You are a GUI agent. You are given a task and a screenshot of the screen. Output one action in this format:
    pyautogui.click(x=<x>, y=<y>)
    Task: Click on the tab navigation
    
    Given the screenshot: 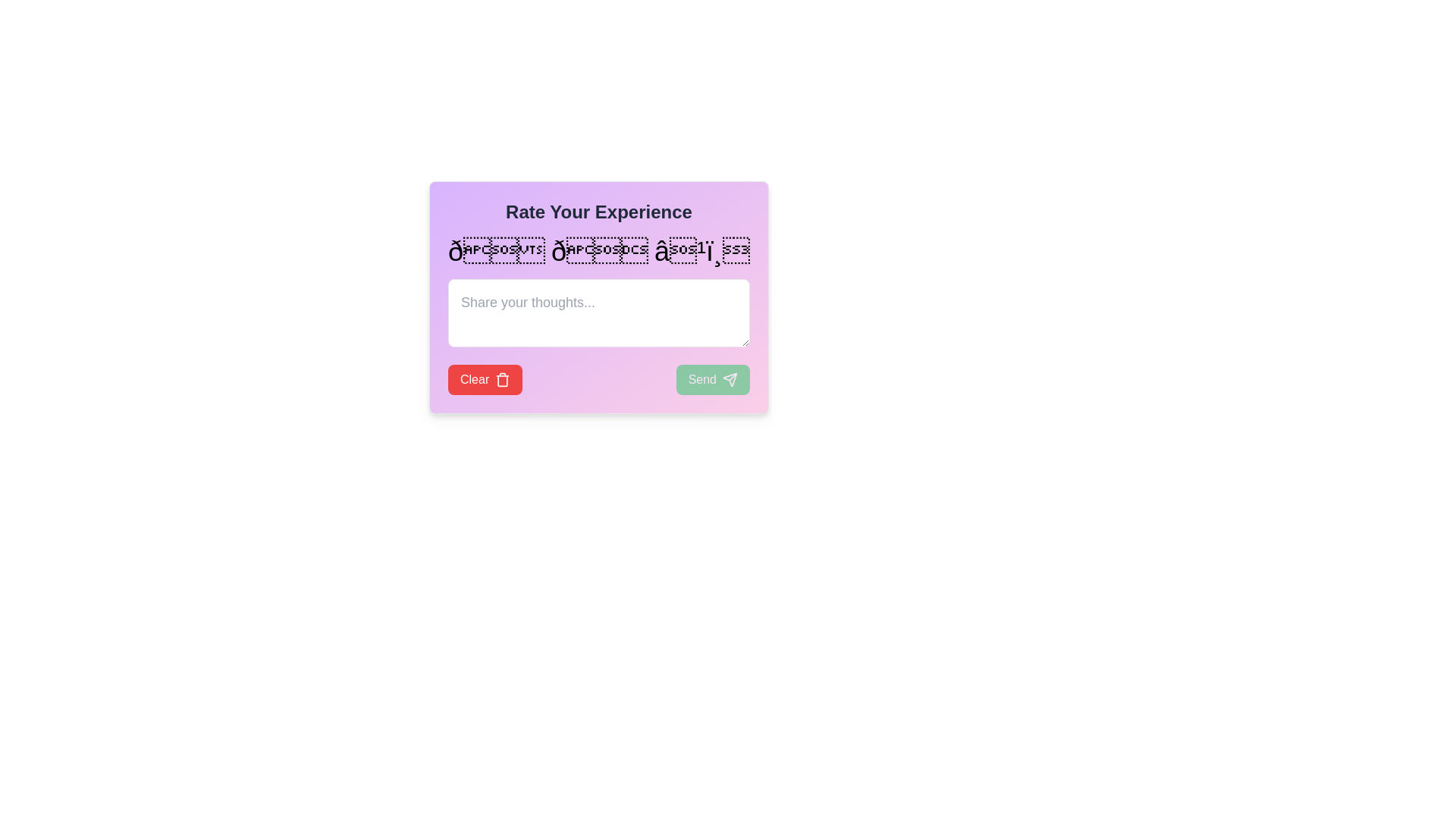 What is the action you would take?
    pyautogui.click(x=496, y=250)
    